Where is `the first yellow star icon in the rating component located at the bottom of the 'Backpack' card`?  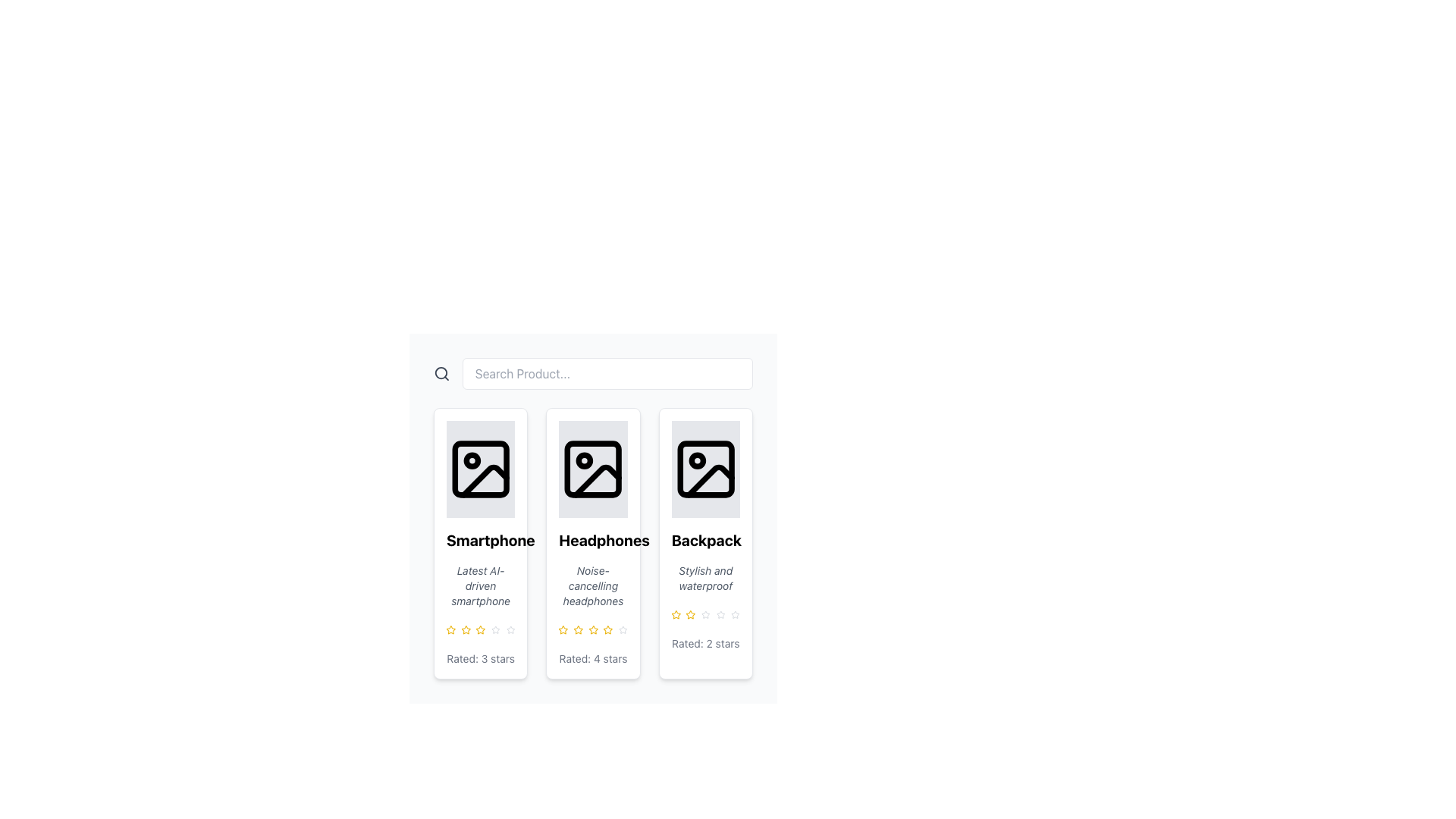 the first yellow star icon in the rating component located at the bottom of the 'Backpack' card is located at coordinates (690, 614).